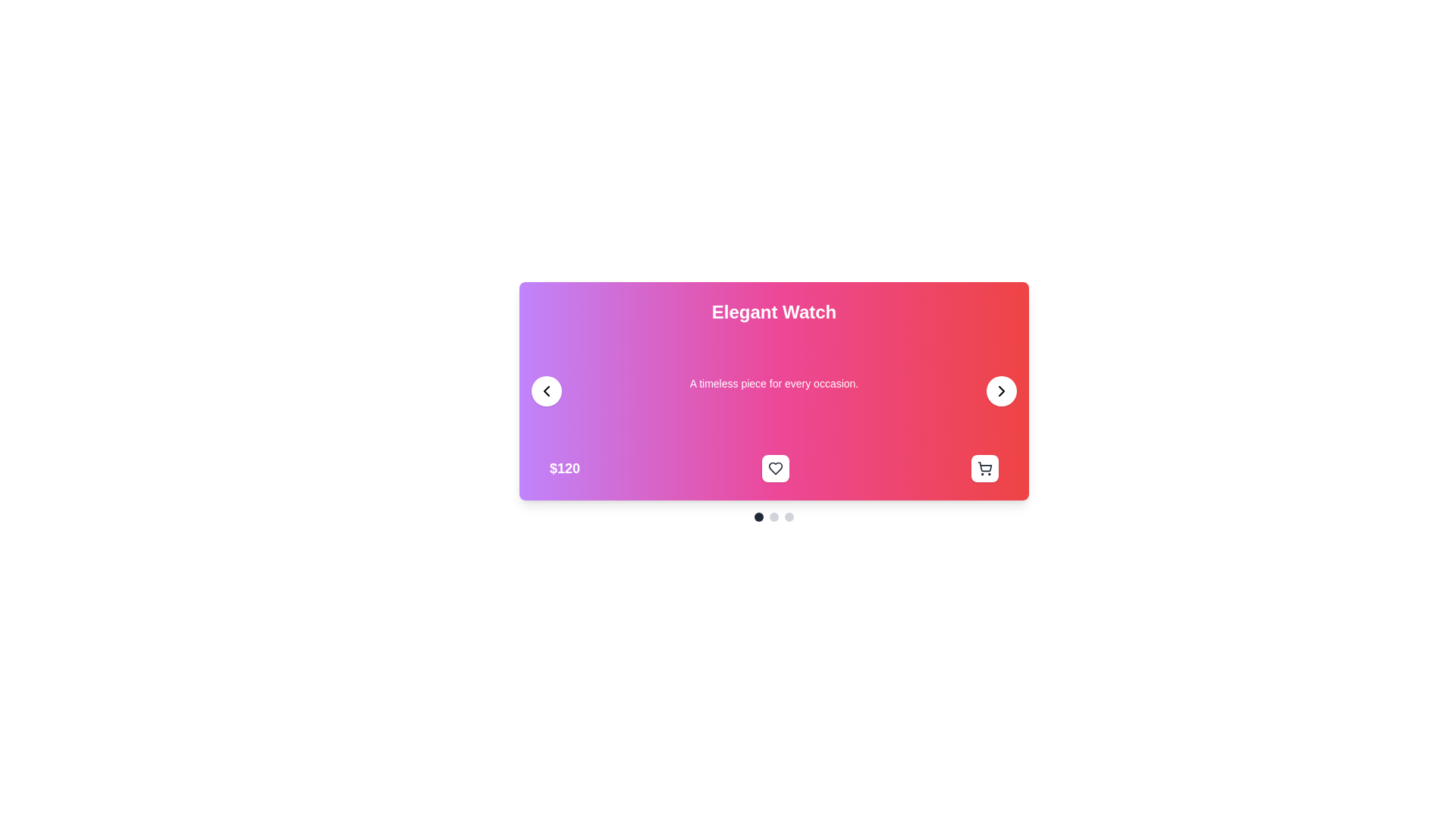 The width and height of the screenshot is (1456, 819). Describe the element at coordinates (985, 467) in the screenshot. I see `the shopping cart icon located at the bottom-right corner of the card-like layout, which features a simplistic cart outline in a linear-stroke style` at that location.